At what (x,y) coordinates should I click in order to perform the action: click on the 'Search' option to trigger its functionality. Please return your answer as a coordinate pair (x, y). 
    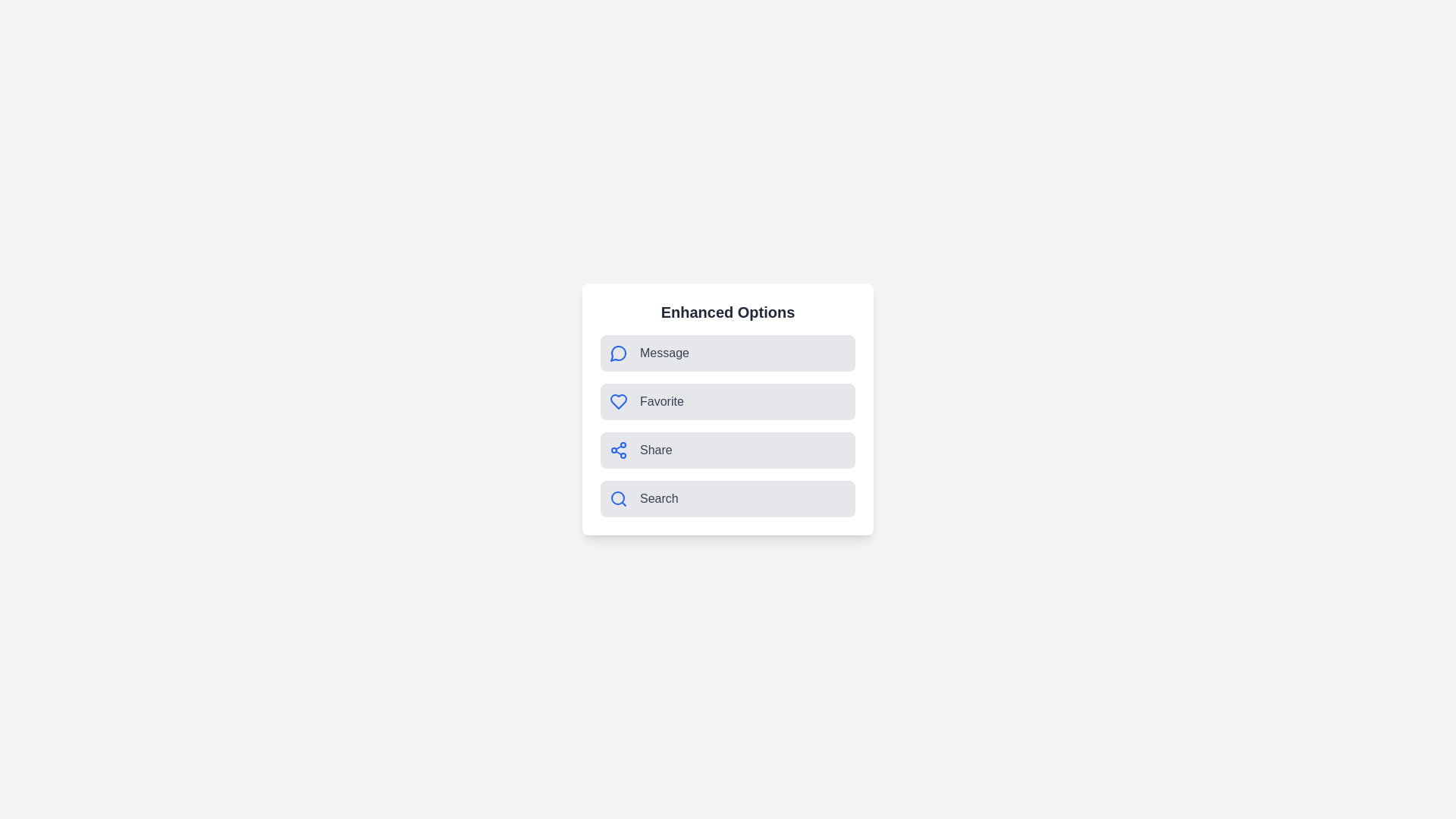
    Looking at the image, I should click on (728, 499).